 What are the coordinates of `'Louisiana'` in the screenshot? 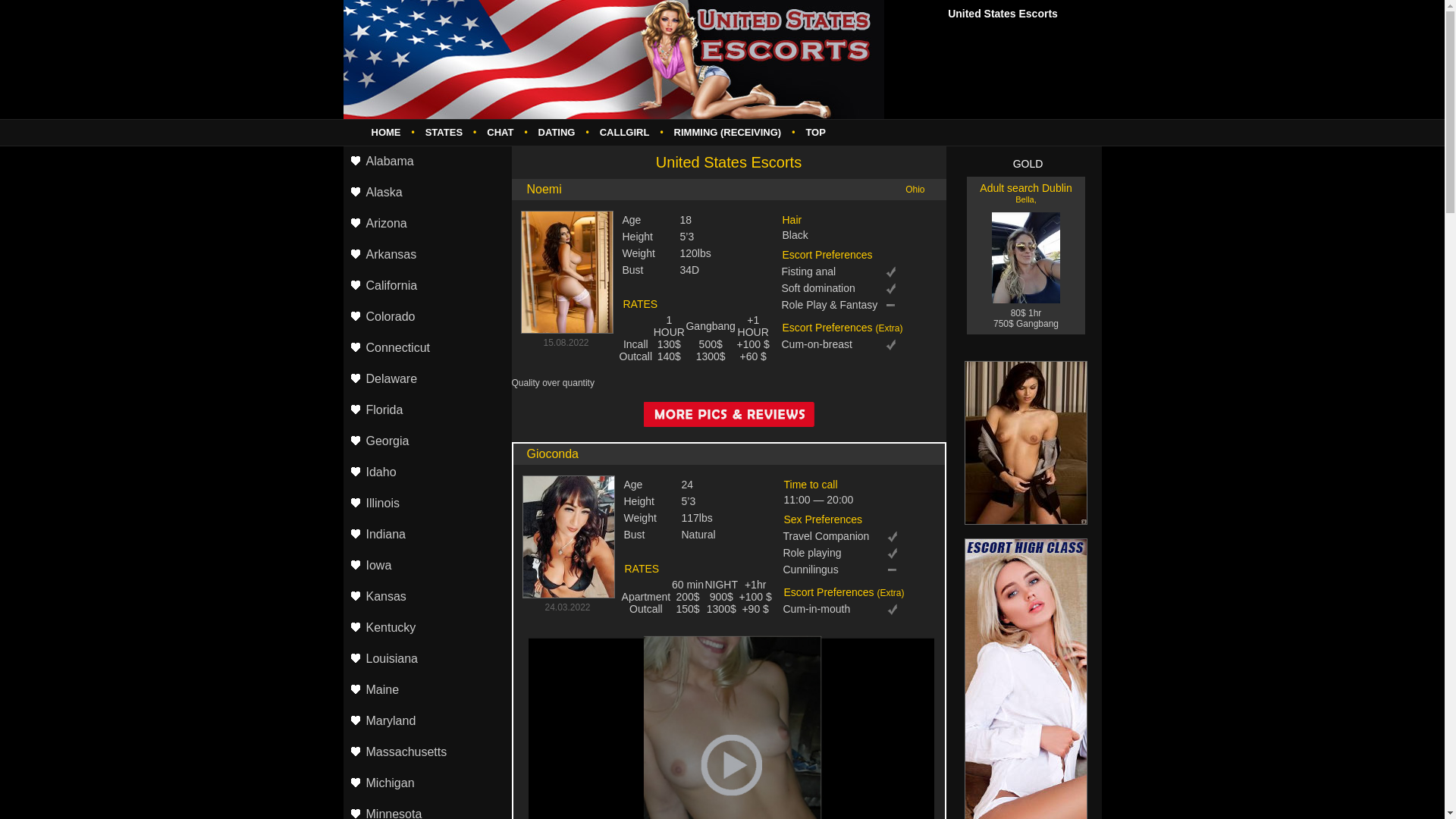 It's located at (425, 658).